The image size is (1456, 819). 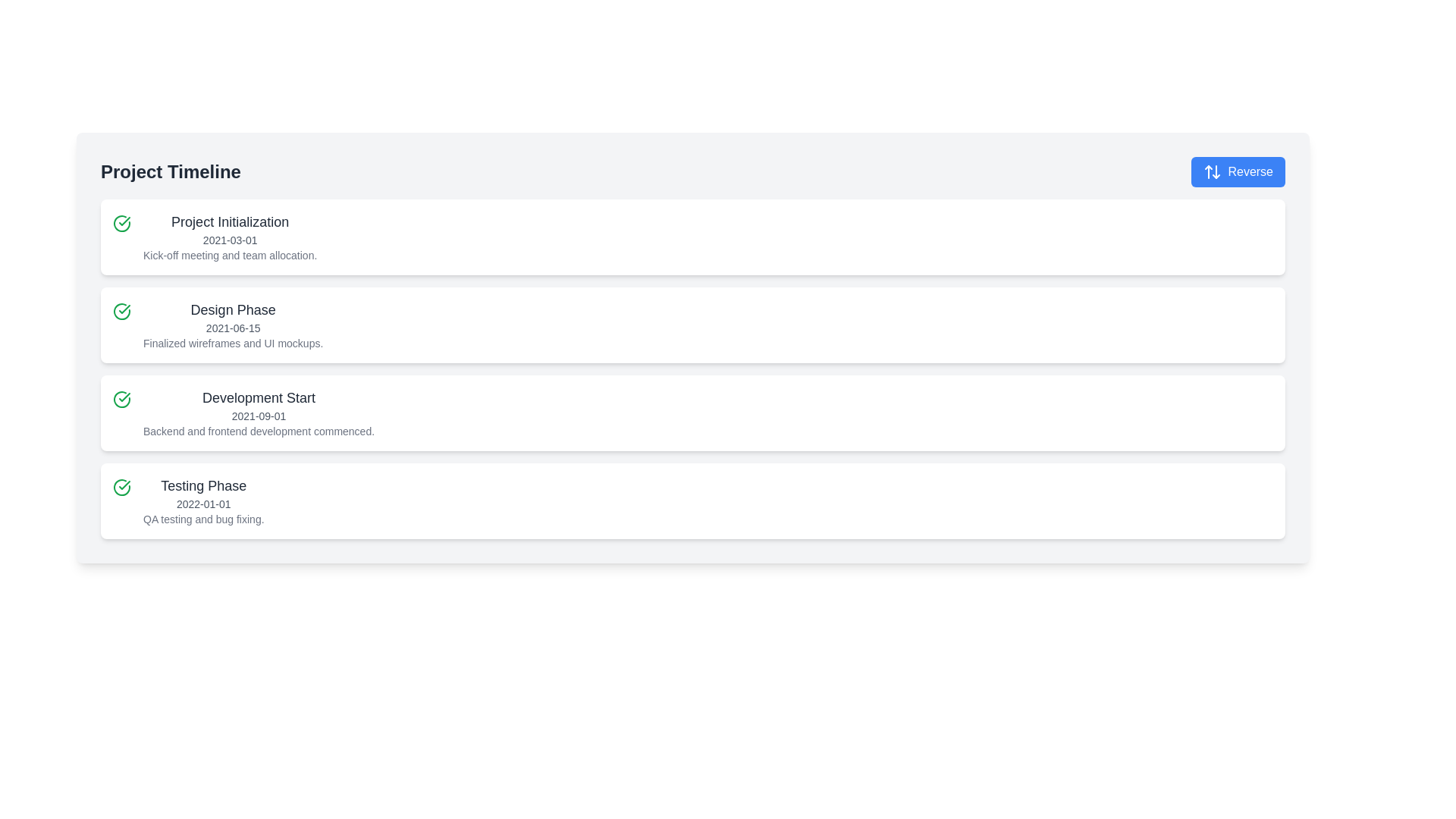 I want to click on text label that provides clarification related to the 'Development Start' phase in the project timeline interface, located in the third timeline block from the top, so click(x=259, y=431).